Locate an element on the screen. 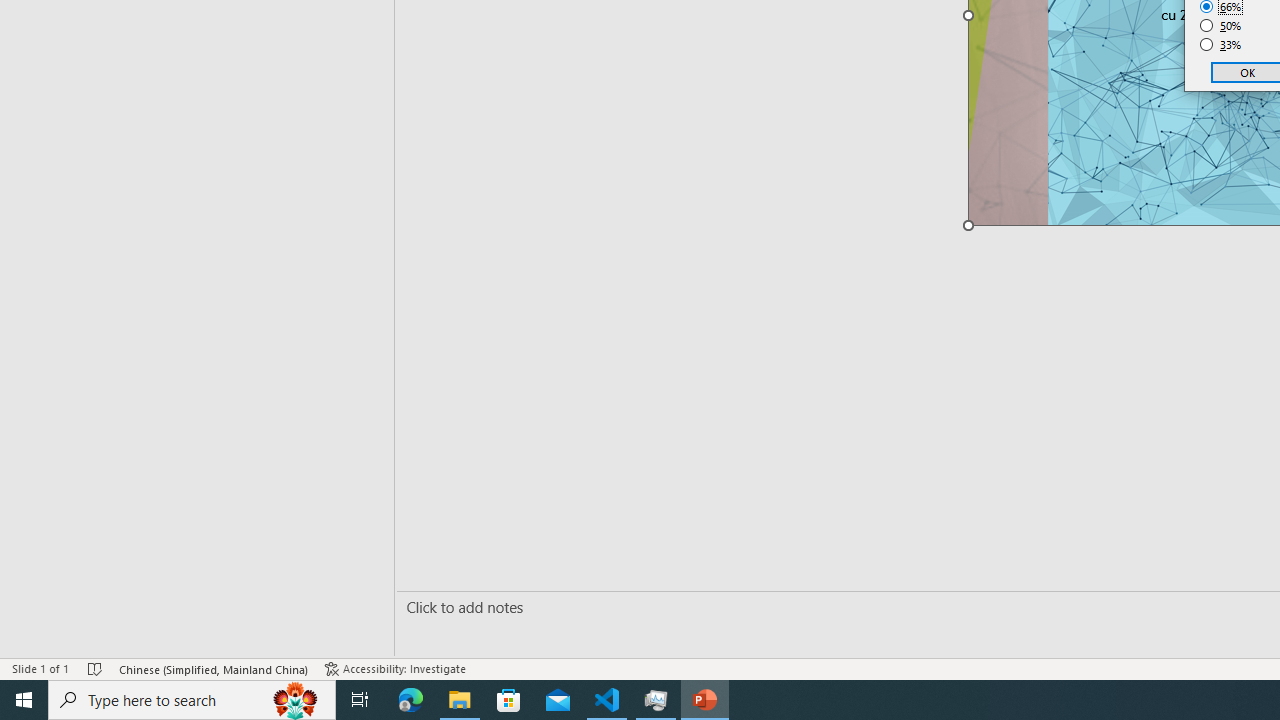 The image size is (1280, 720). 'Visual Studio Code - 1 running window' is located at coordinates (606, 698).